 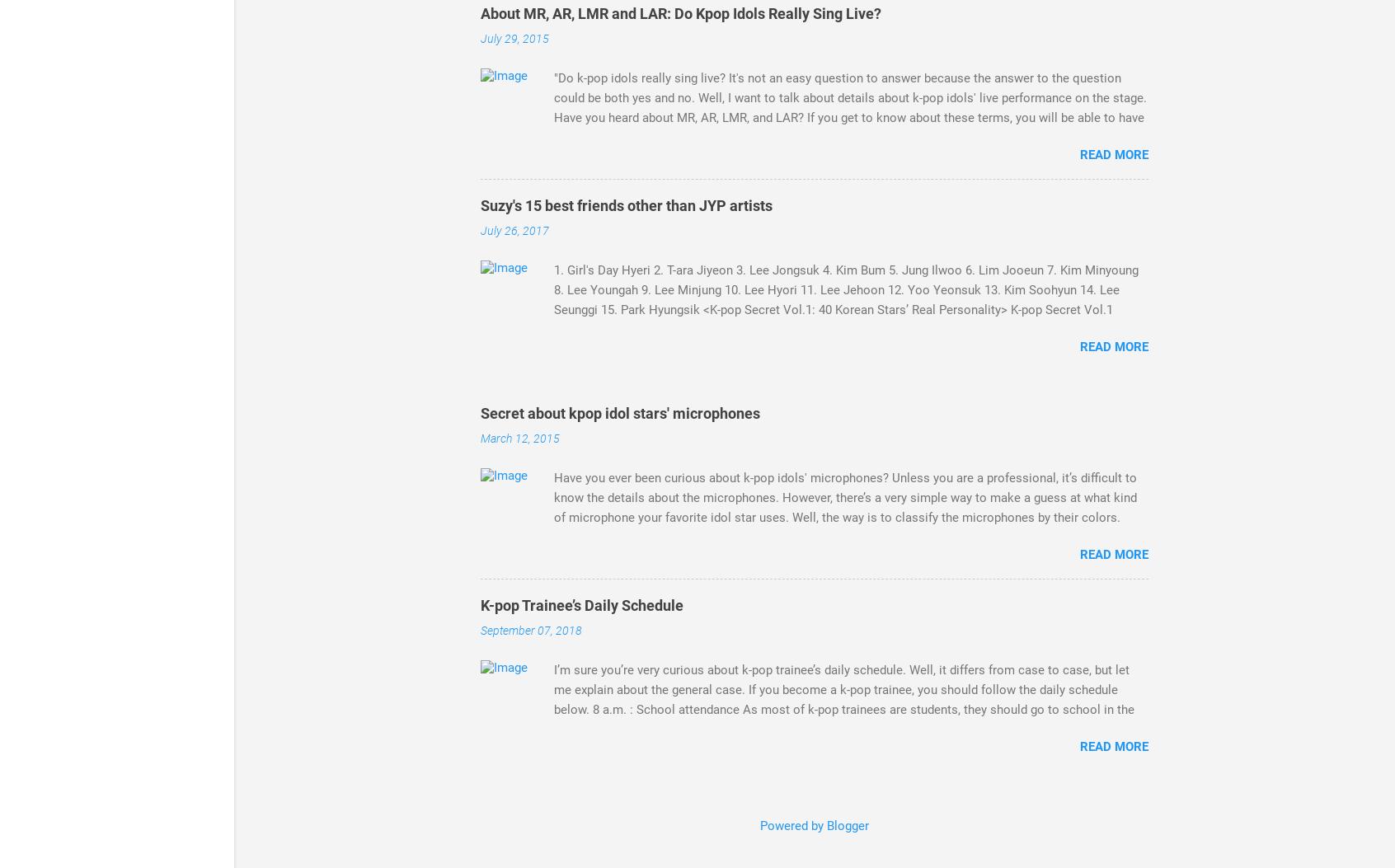 What do you see at coordinates (626, 204) in the screenshot?
I see `'Suzy's 15 best friends other than JYP artists'` at bounding box center [626, 204].